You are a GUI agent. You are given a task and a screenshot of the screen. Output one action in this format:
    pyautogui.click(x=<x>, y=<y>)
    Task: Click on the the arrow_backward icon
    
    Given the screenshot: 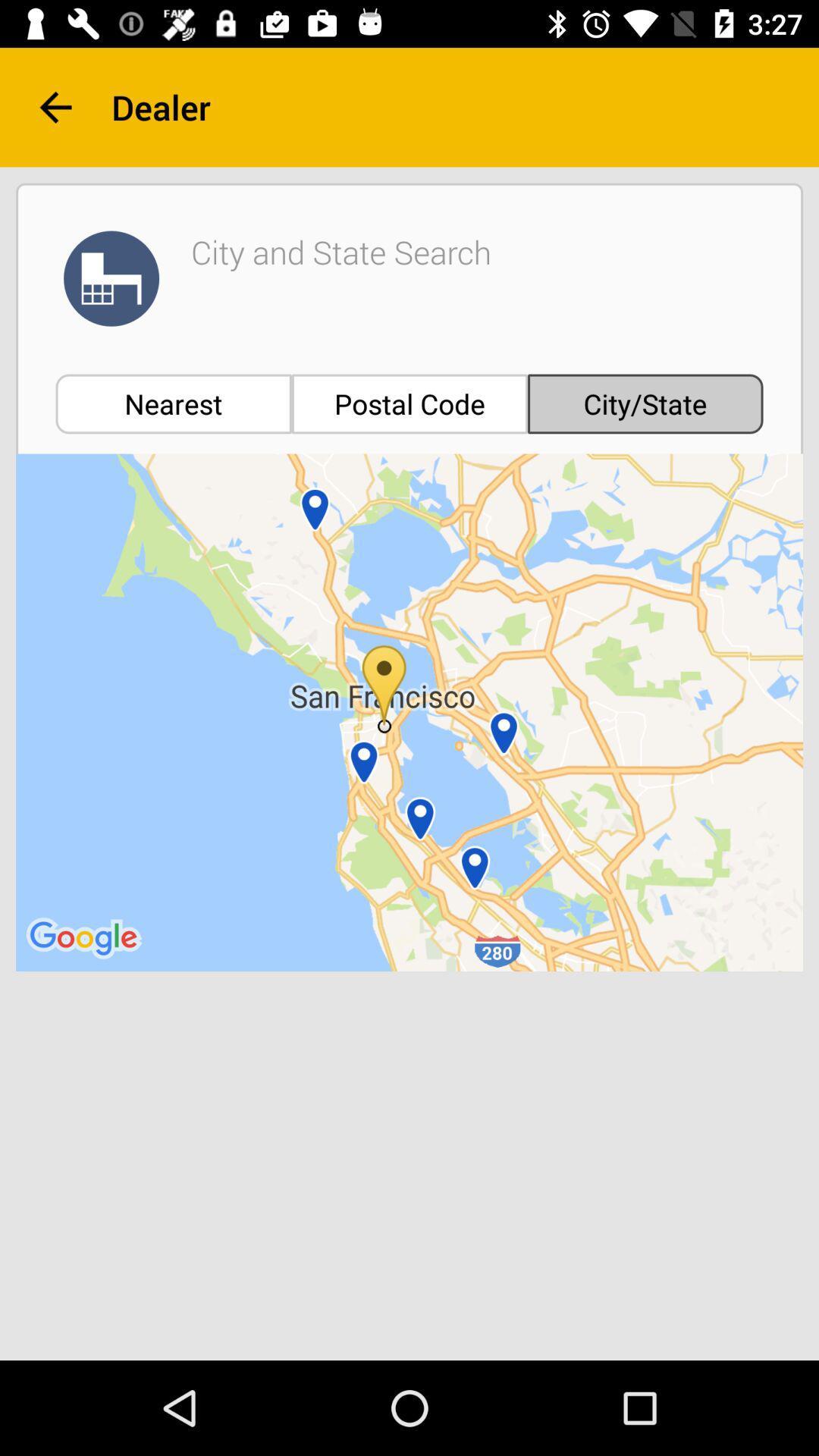 What is the action you would take?
    pyautogui.click(x=55, y=106)
    